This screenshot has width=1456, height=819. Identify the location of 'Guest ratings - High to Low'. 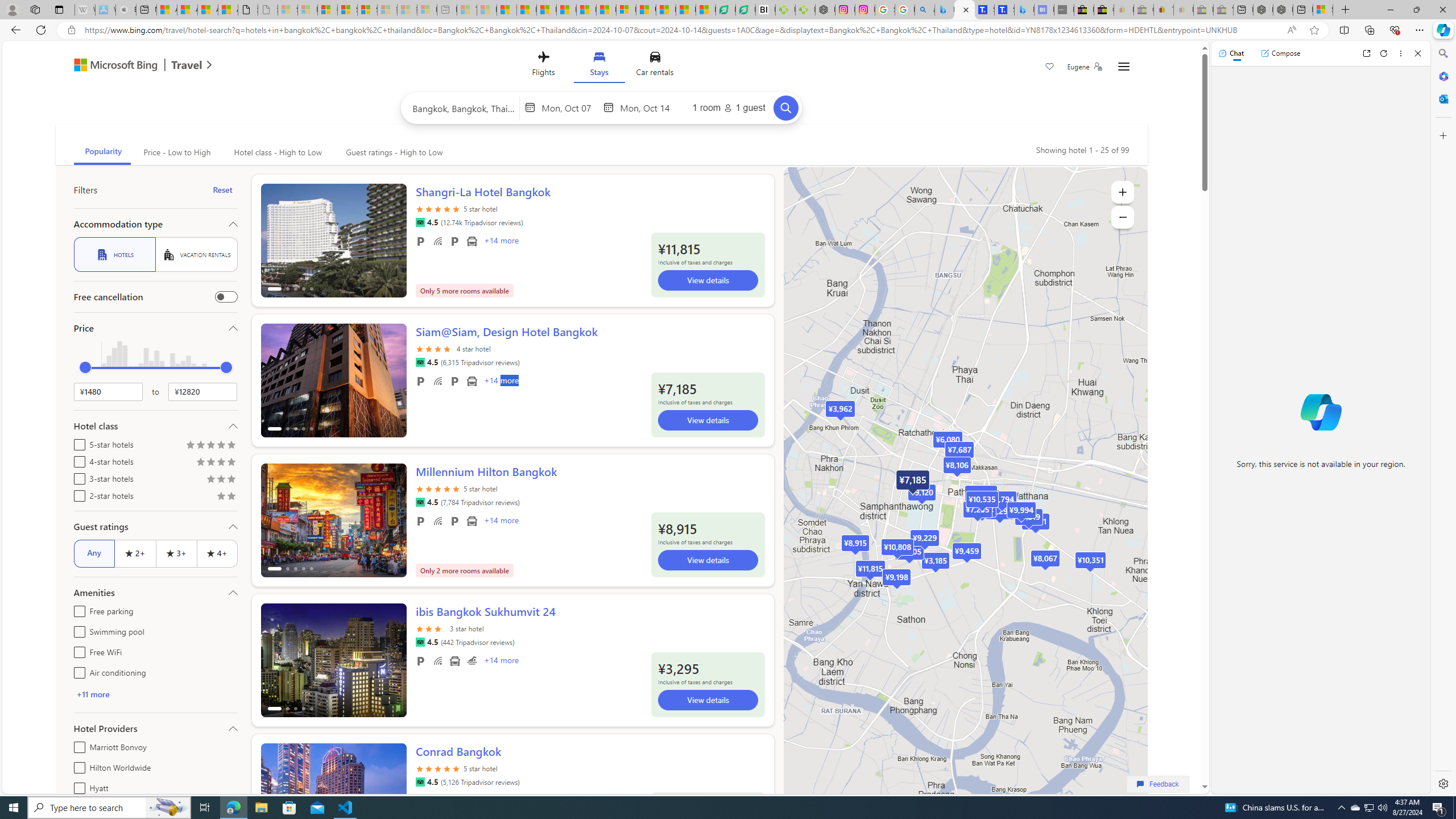
(392, 152).